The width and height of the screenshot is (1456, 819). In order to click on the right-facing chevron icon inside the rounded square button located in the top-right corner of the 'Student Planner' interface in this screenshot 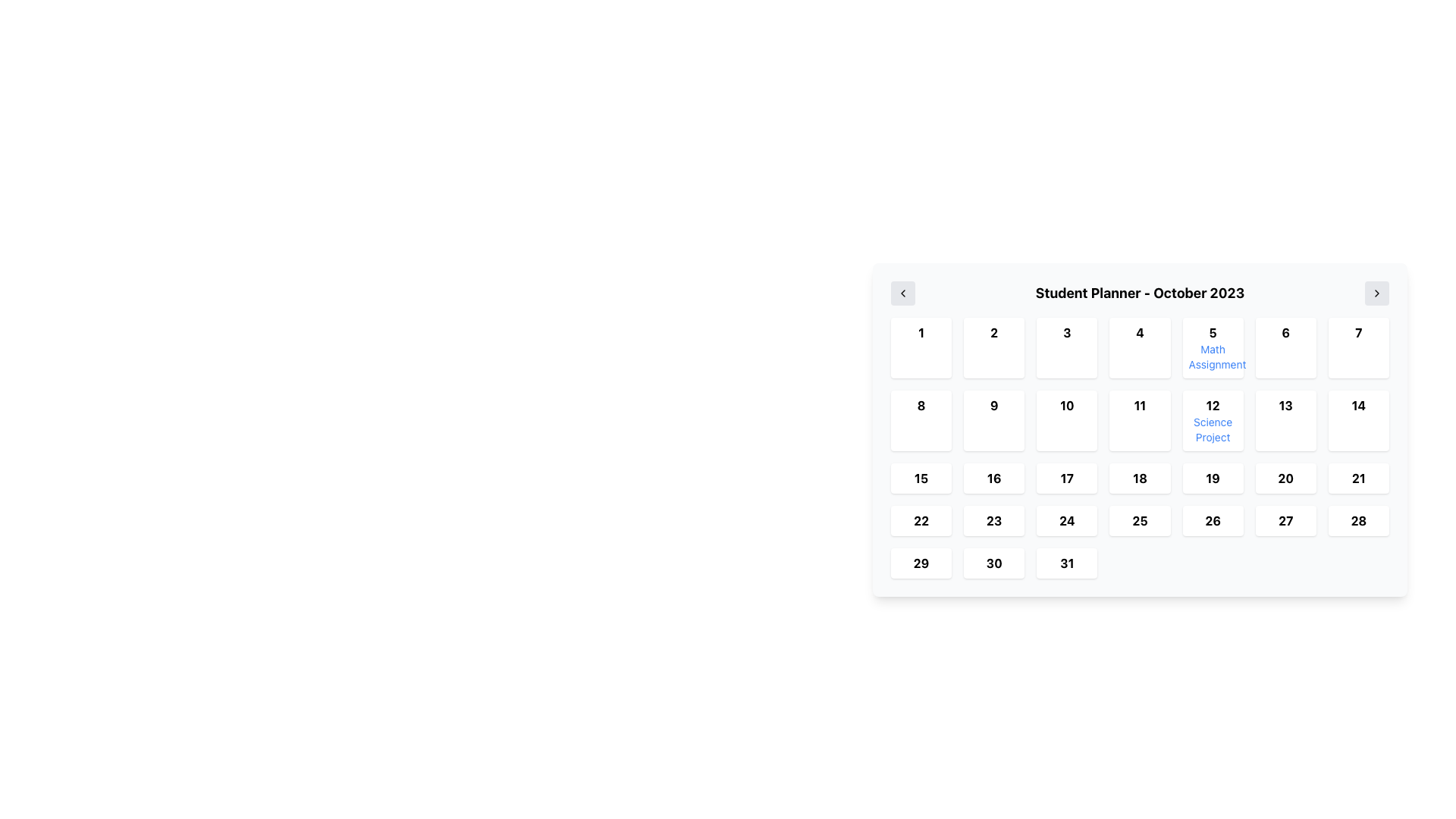, I will do `click(1376, 293)`.